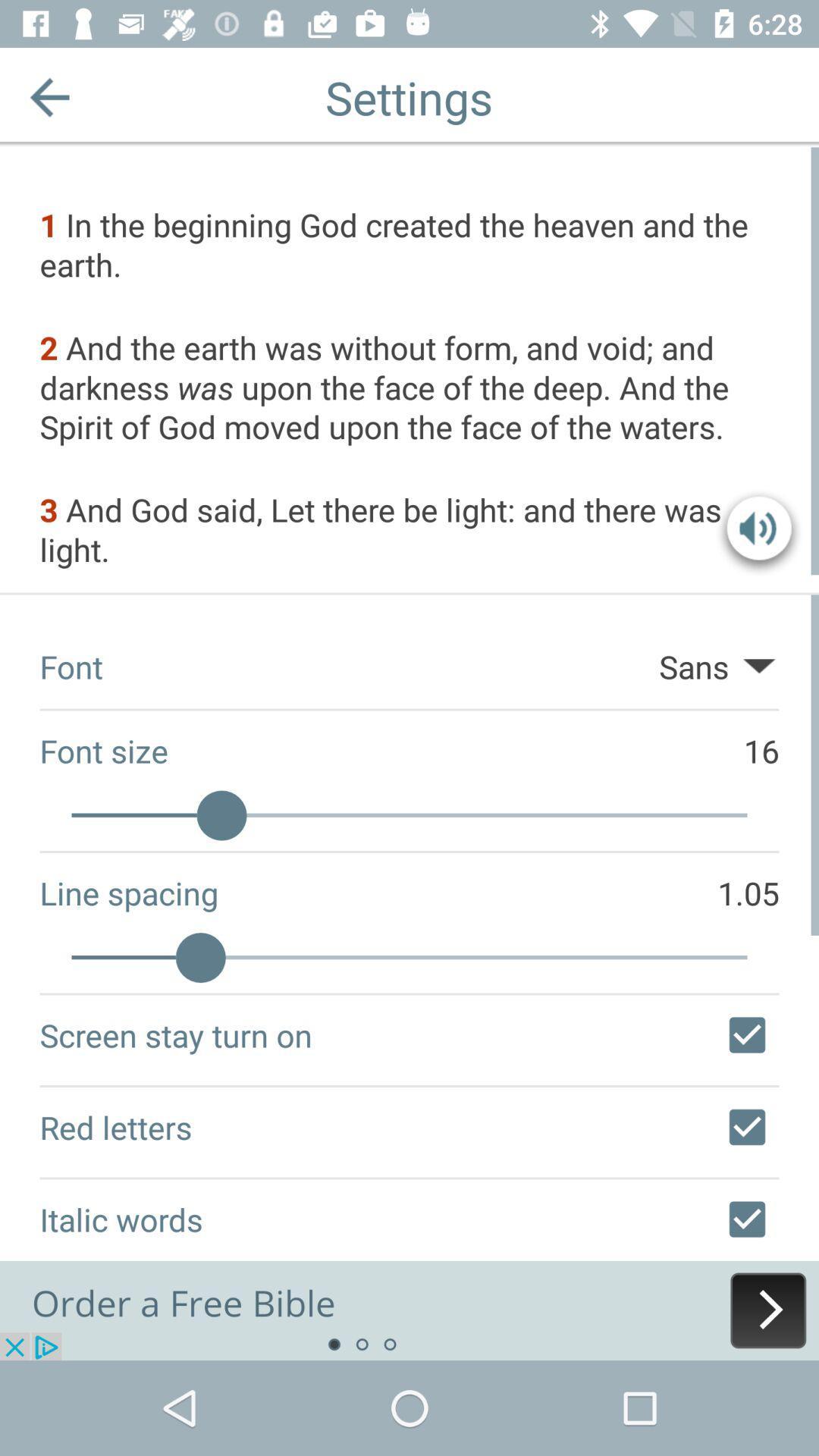 The height and width of the screenshot is (1456, 819). Describe the element at coordinates (759, 532) in the screenshot. I see `adjust the volume` at that location.